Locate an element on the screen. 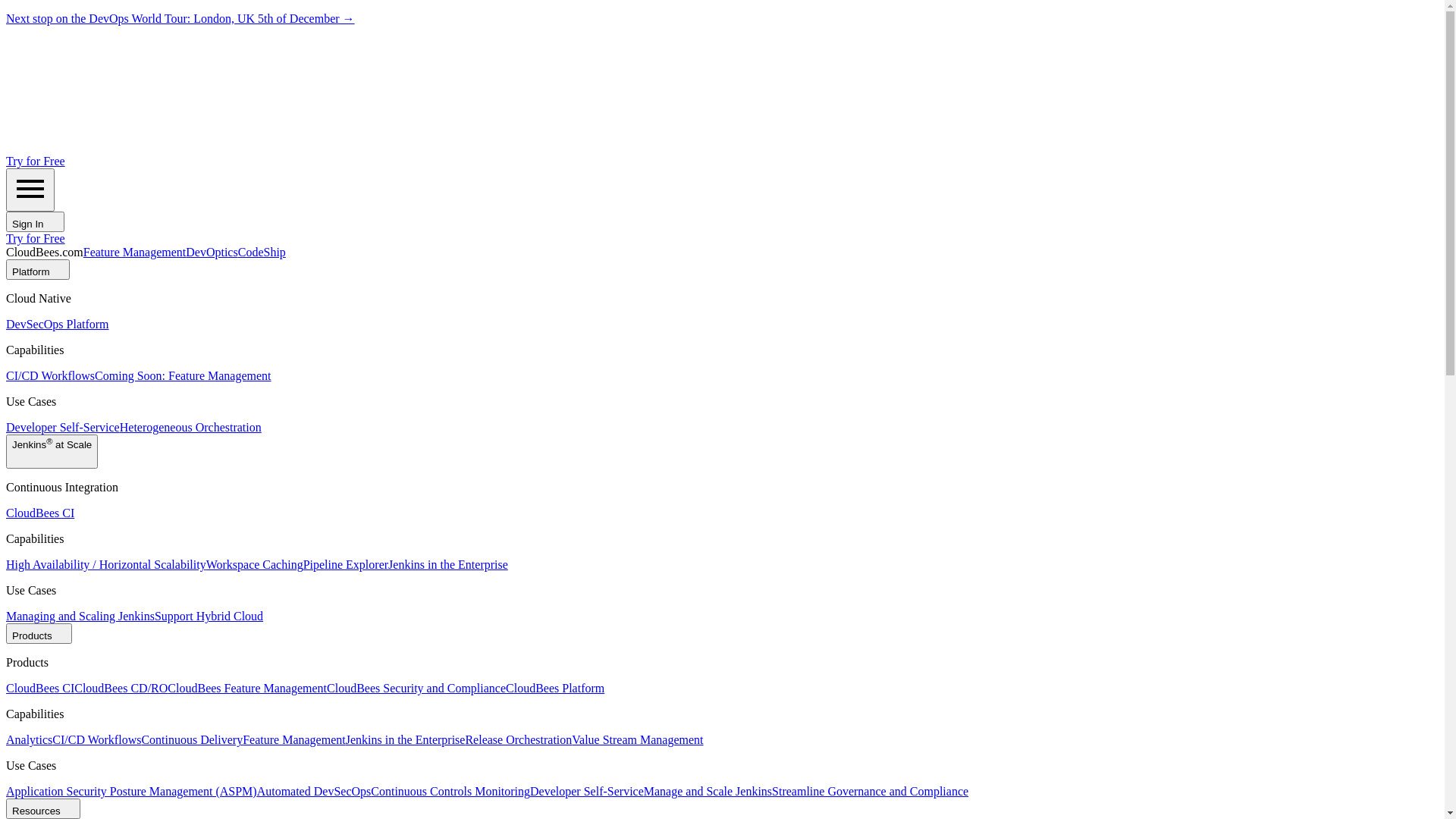 The width and height of the screenshot is (1456, 819). 'Products' is located at coordinates (39, 633).